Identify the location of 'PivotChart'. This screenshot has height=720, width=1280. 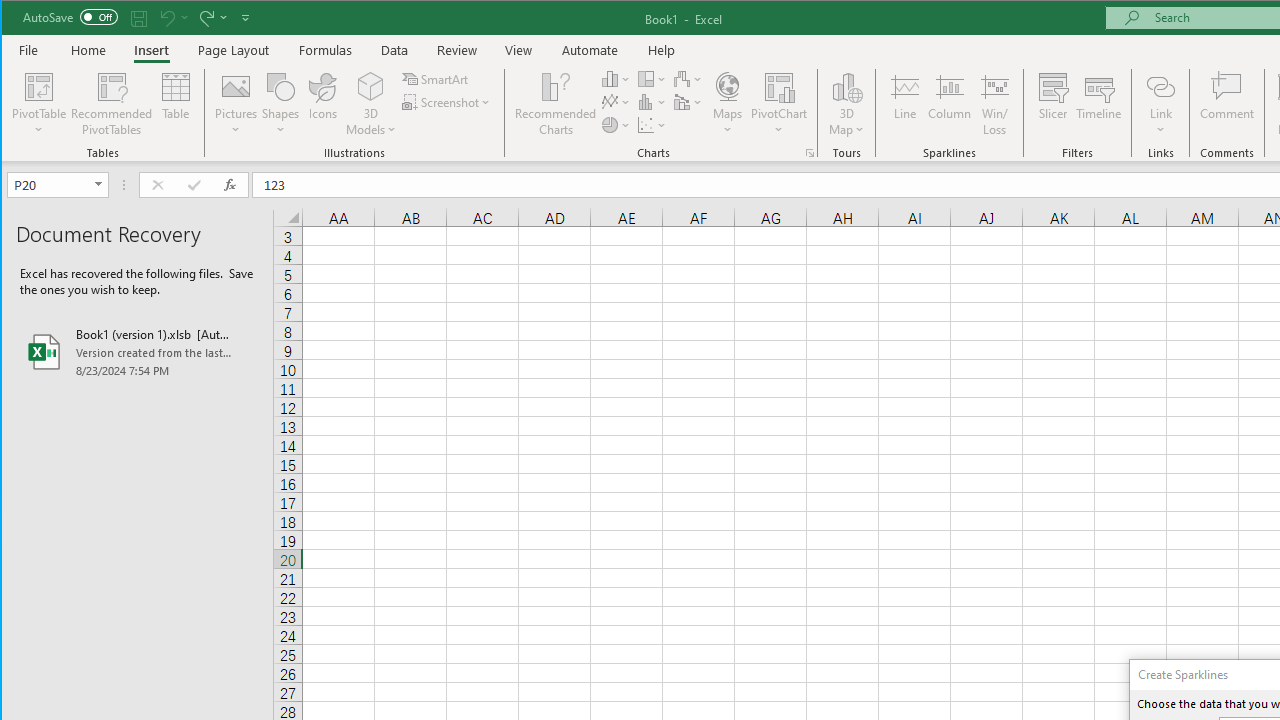
(778, 104).